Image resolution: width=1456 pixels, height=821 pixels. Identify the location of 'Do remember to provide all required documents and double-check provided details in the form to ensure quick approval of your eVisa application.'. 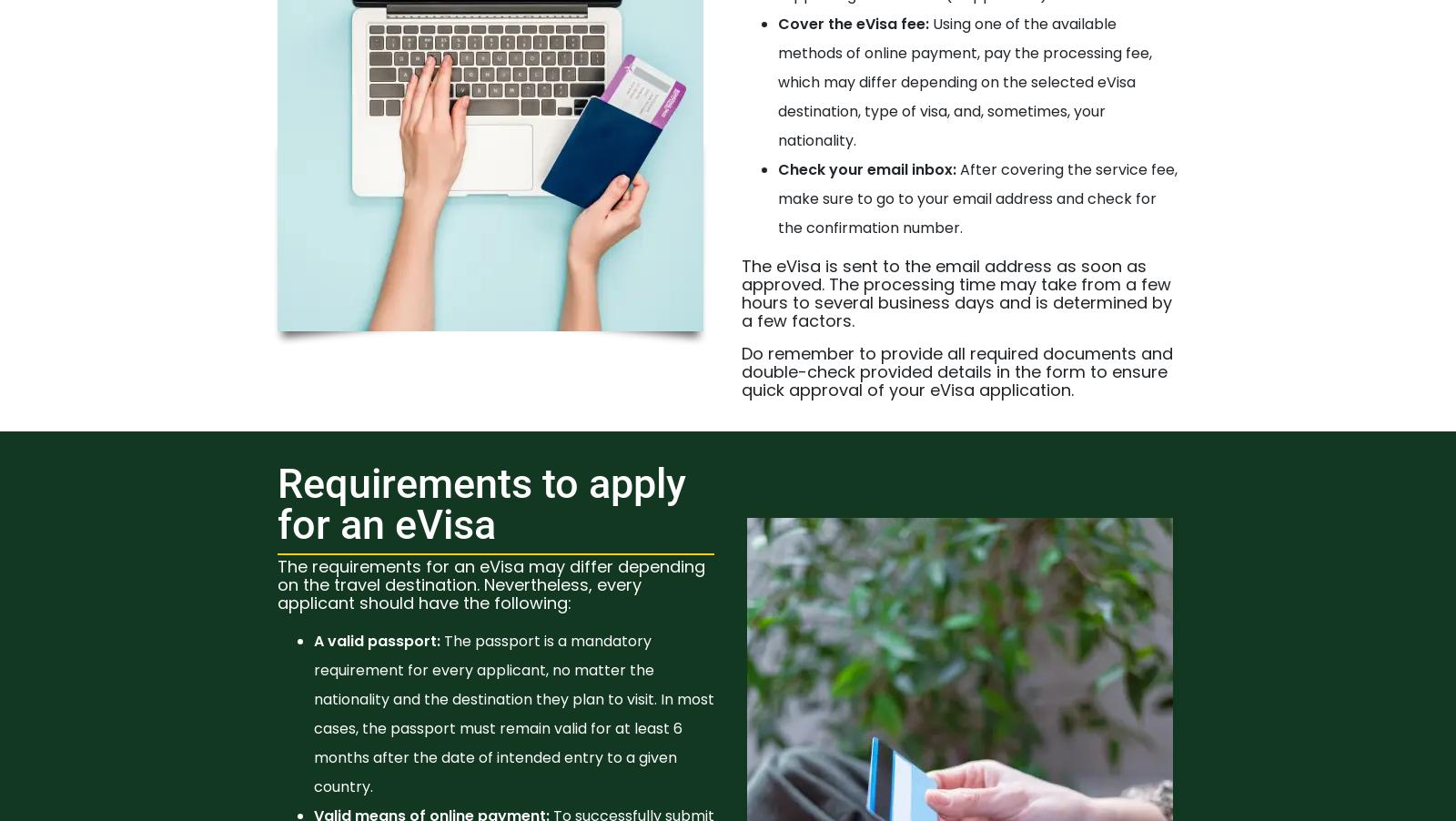
(957, 370).